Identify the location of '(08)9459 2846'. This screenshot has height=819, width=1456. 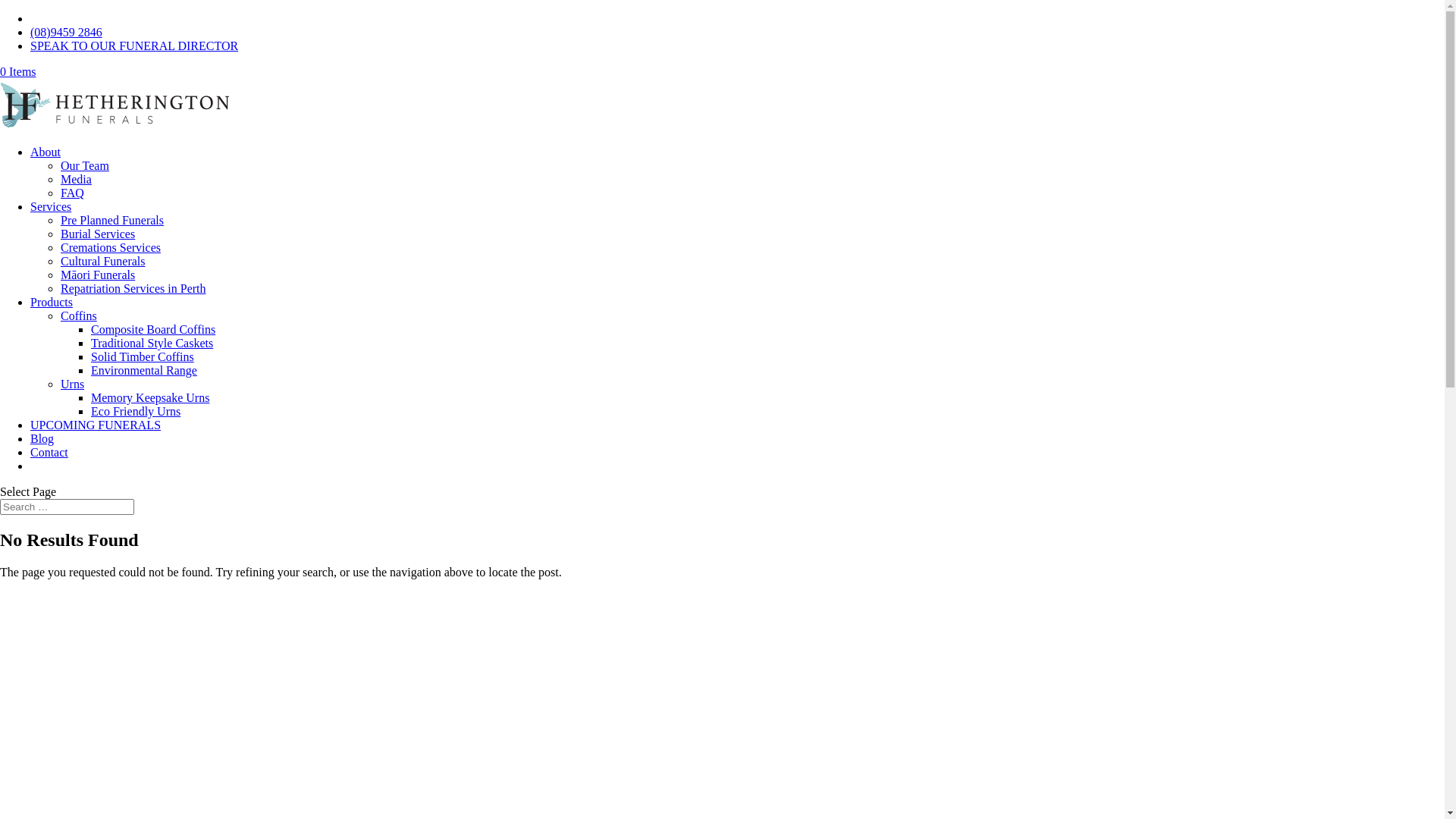
(65, 32).